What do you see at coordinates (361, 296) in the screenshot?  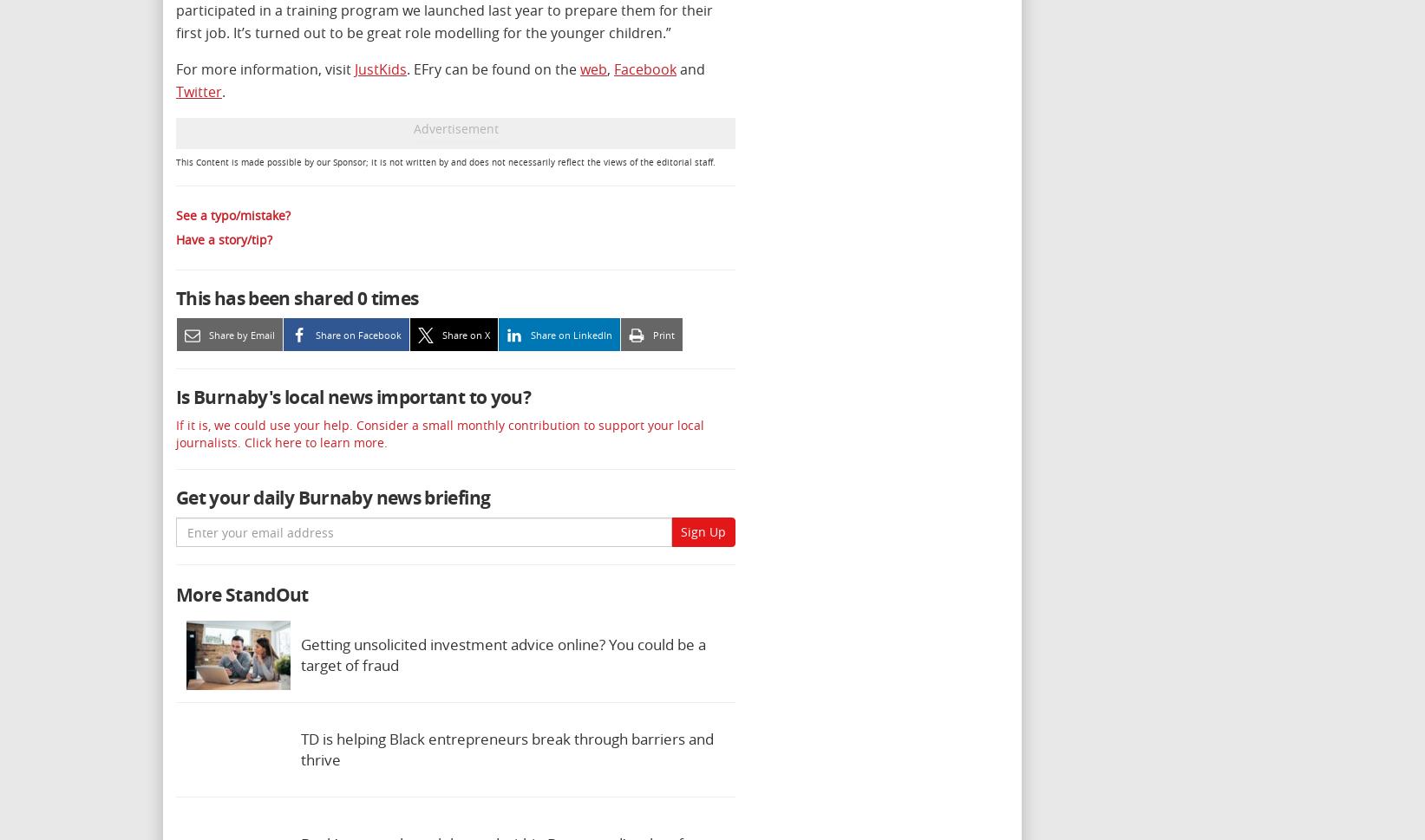 I see `'0'` at bounding box center [361, 296].